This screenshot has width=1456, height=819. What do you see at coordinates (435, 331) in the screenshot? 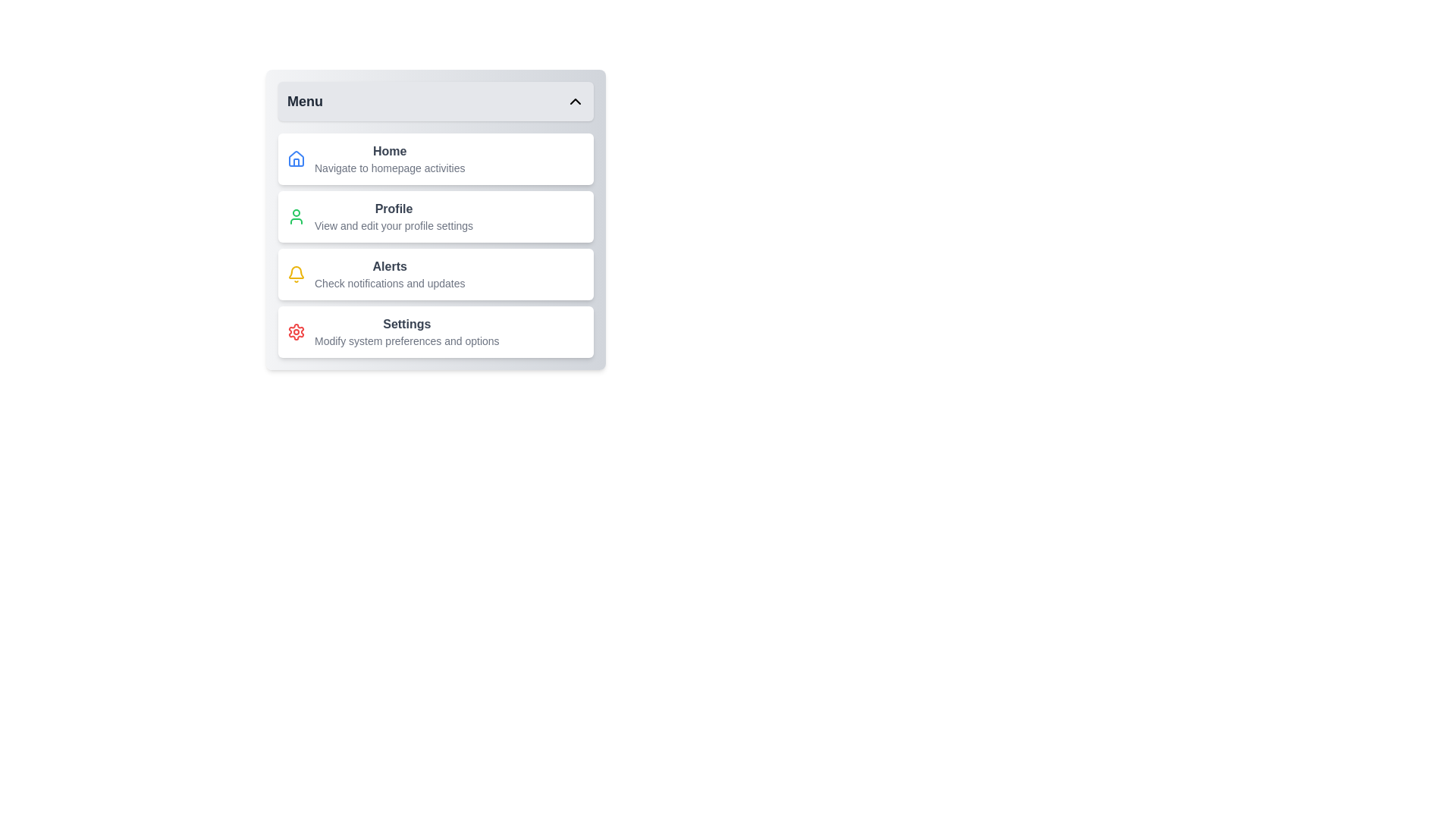
I see `the menu item labeled Settings` at bounding box center [435, 331].